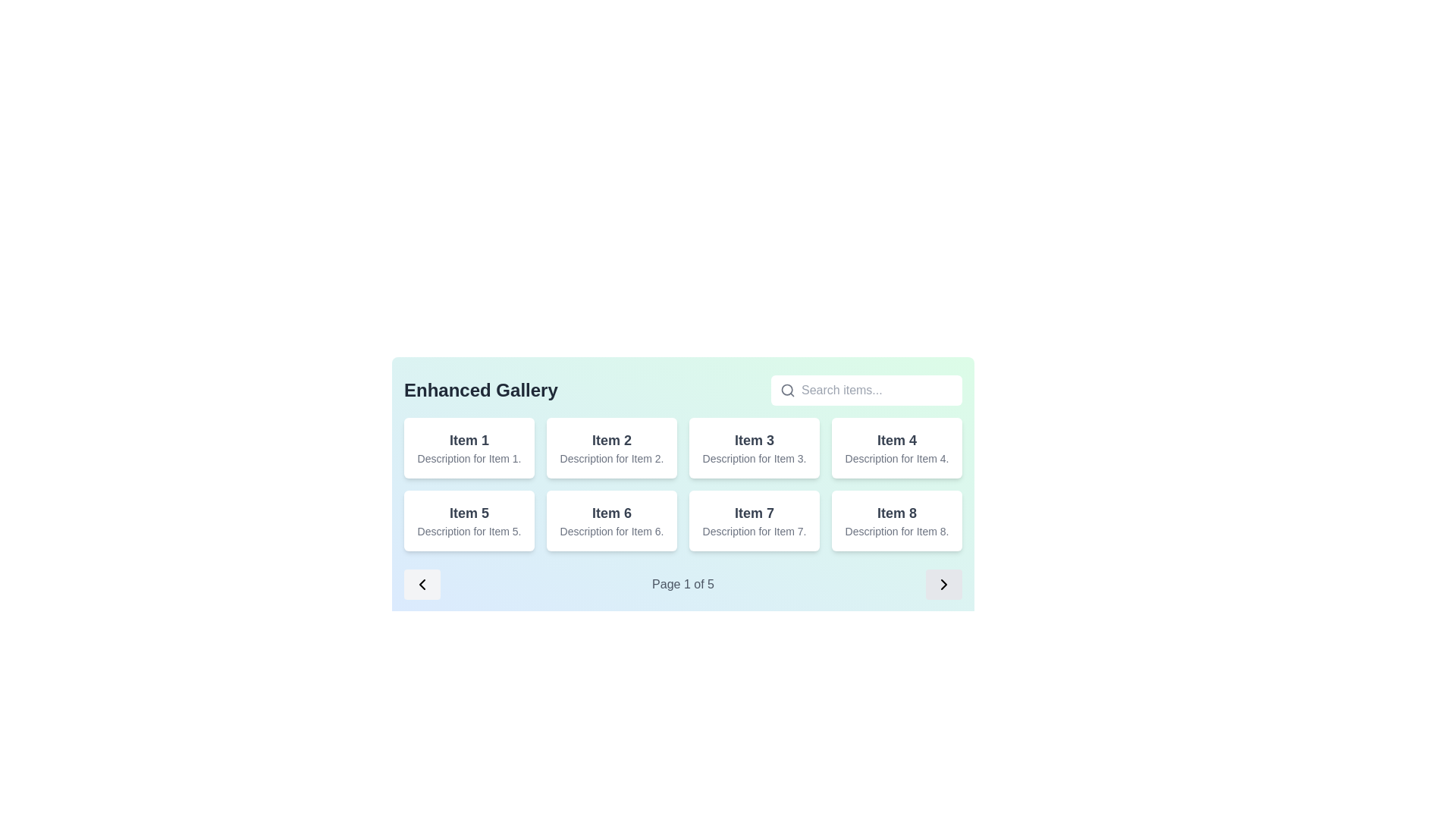 Image resolution: width=1456 pixels, height=819 pixels. Describe the element at coordinates (611, 531) in the screenshot. I see `gray text label displaying 'Description for Item 6.' located directly beneath the bold label 'Item 6' within the card design in the second row, third column of the grid layout` at that location.